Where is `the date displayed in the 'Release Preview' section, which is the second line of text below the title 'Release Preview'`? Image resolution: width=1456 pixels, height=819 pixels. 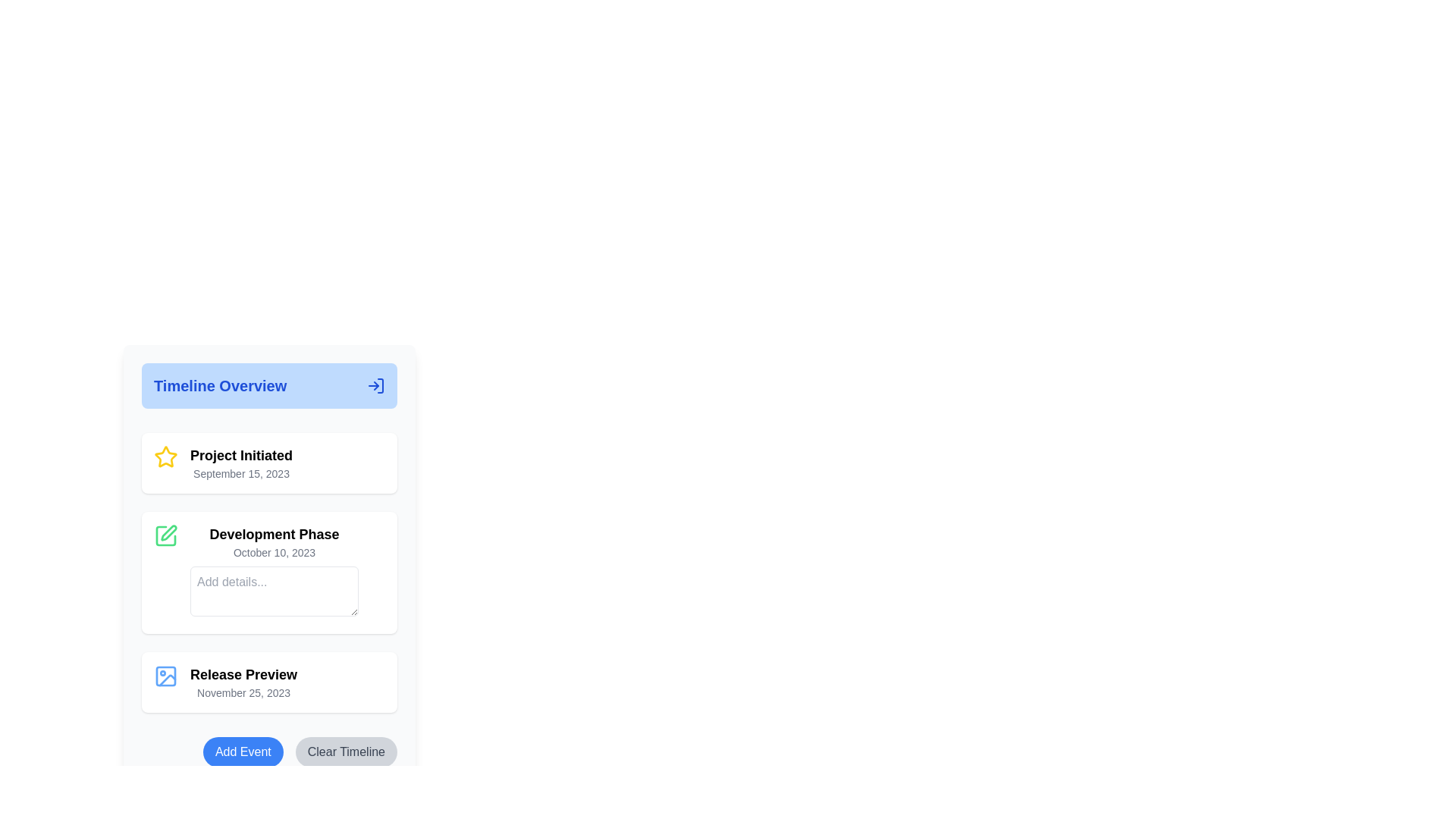
the date displayed in the 'Release Preview' section, which is the second line of text below the title 'Release Preview' is located at coordinates (243, 693).